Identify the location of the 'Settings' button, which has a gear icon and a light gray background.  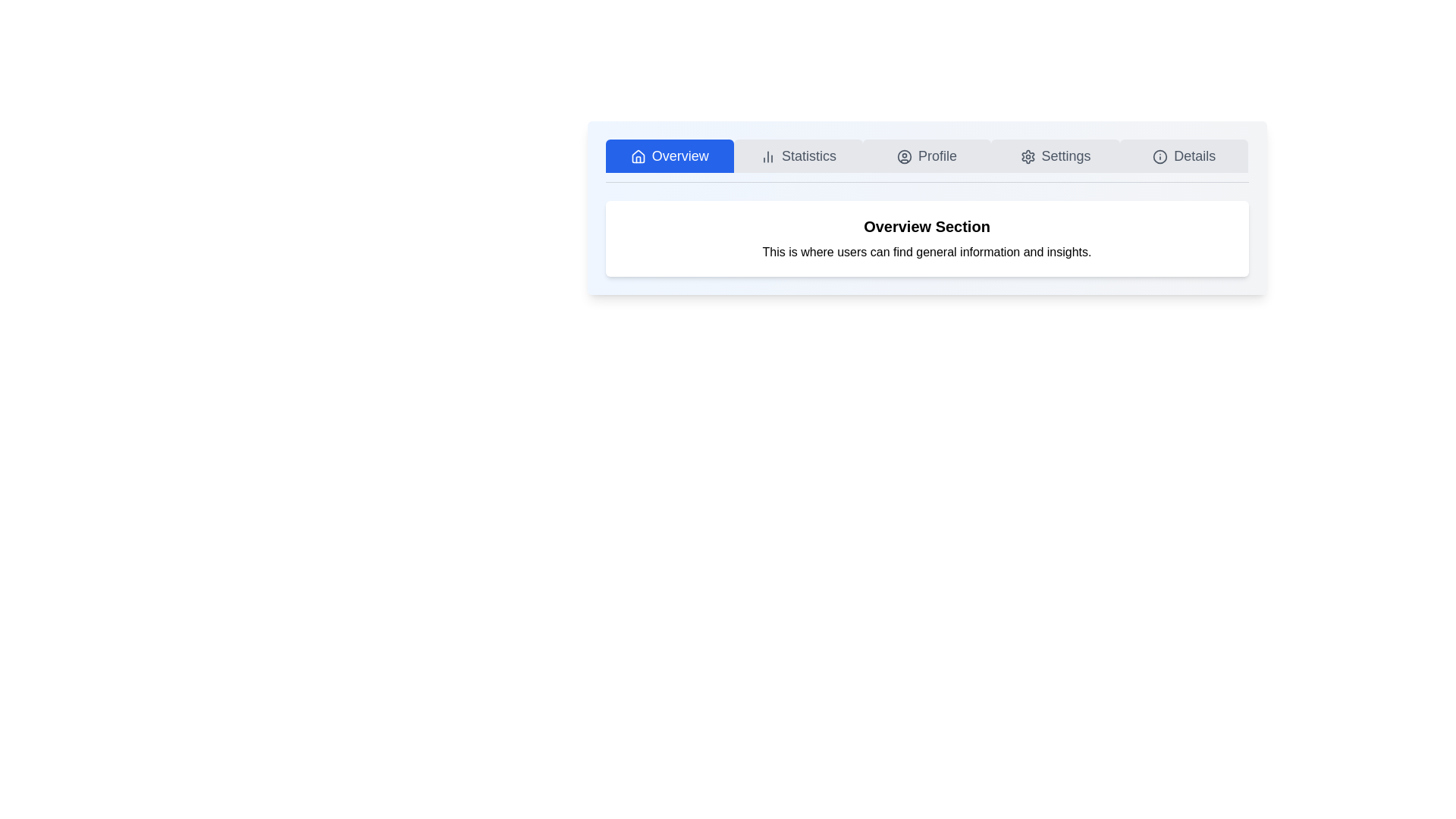
(1055, 155).